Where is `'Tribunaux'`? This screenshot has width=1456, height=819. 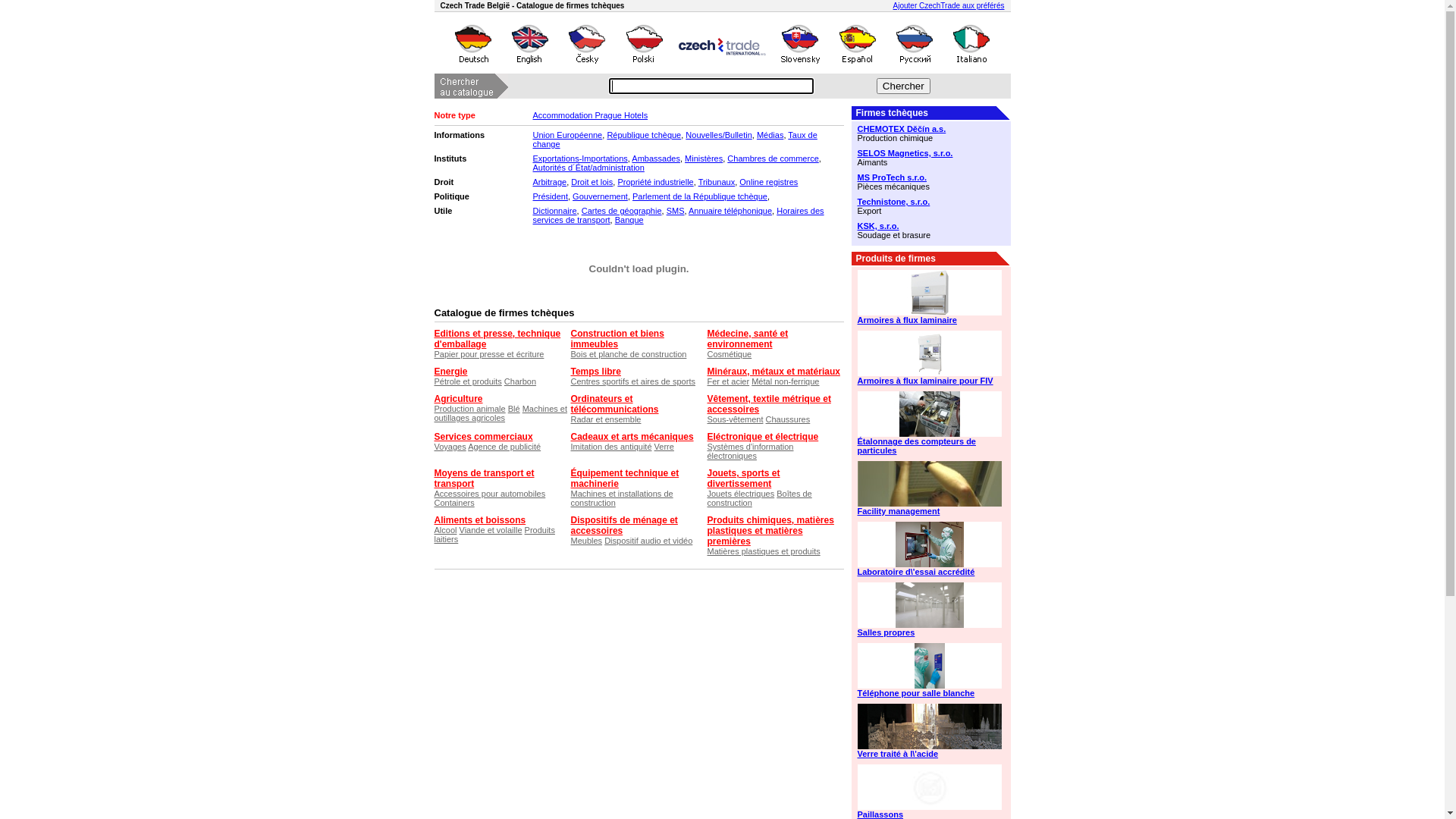
'Tribunaux' is located at coordinates (716, 180).